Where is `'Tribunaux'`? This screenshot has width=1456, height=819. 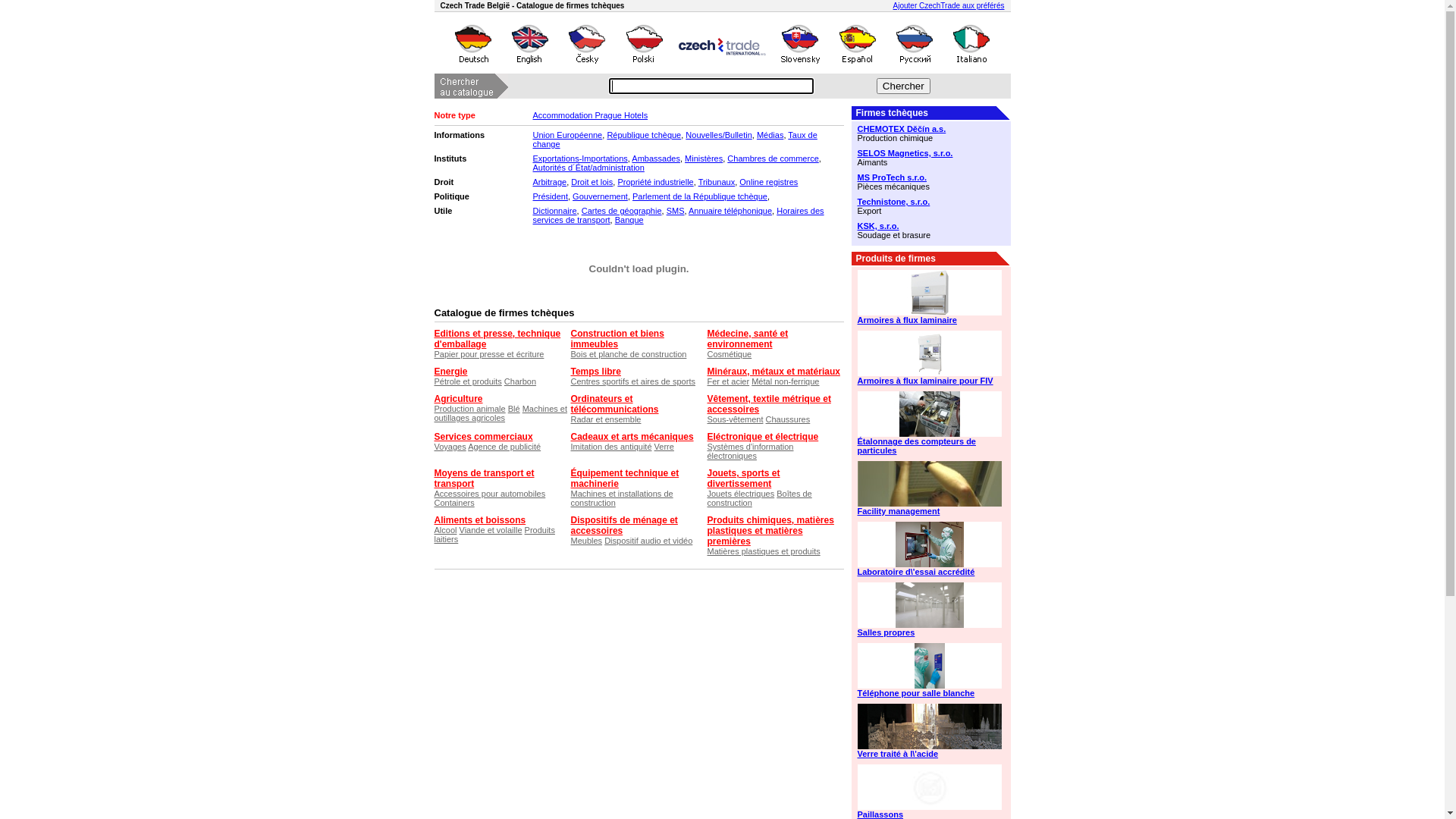
'Tribunaux' is located at coordinates (716, 180).